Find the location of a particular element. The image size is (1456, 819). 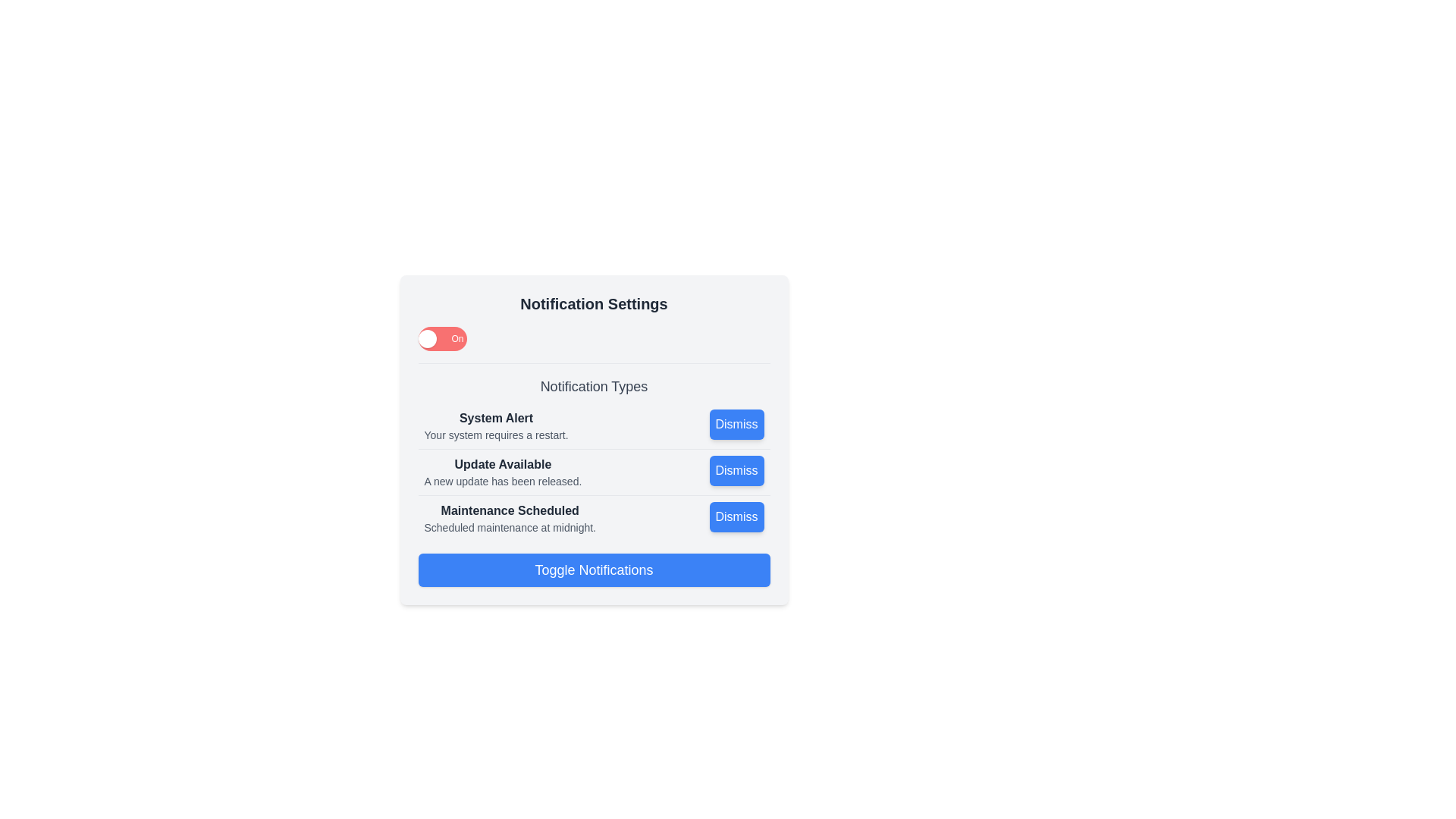

text label that displays 'Scheduled maintenance at midnight.' located beneath the heading 'Maintenance Scheduled' in the notification section is located at coordinates (510, 526).